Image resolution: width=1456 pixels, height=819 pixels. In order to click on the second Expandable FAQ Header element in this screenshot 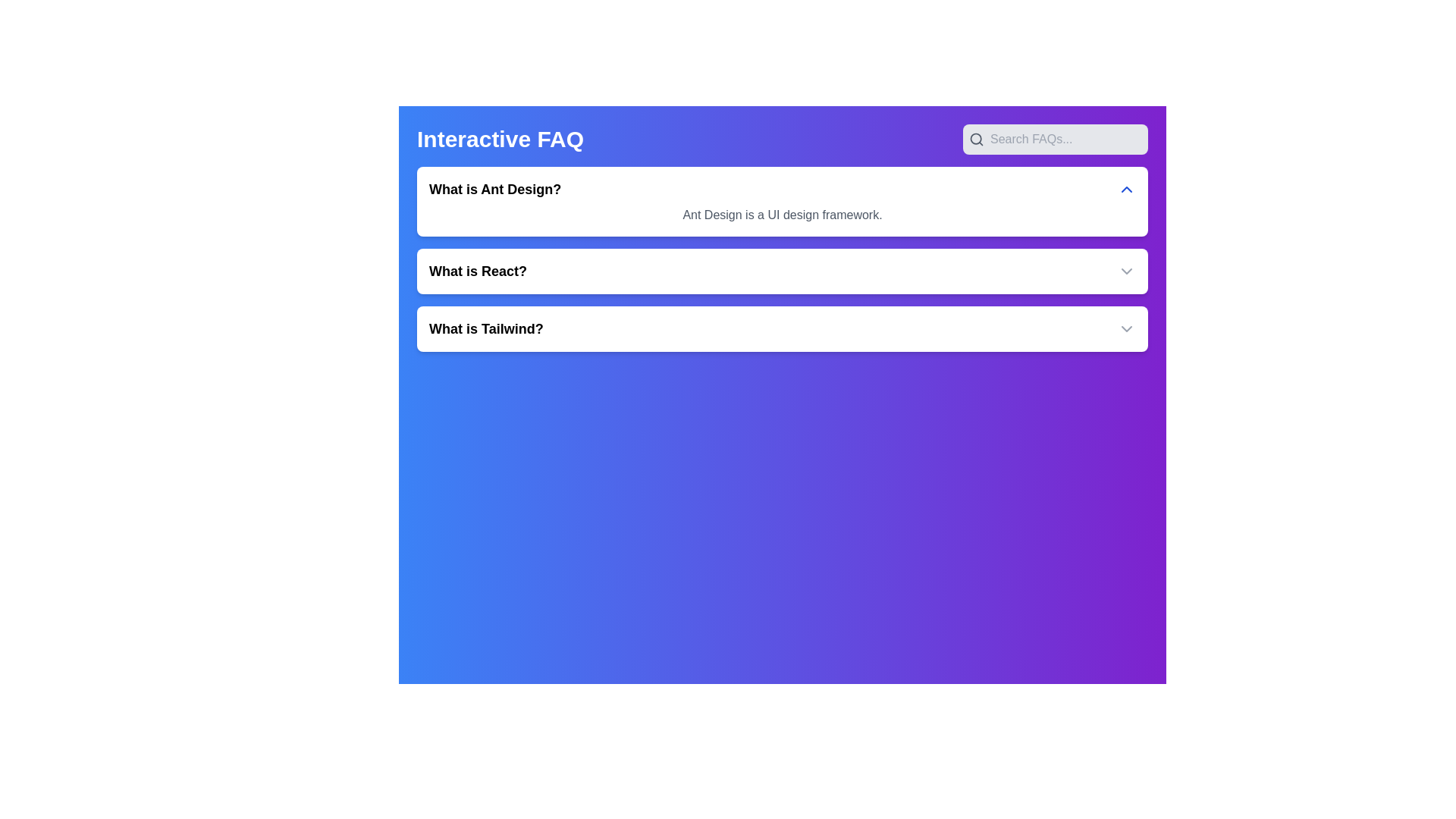, I will do `click(783, 271)`.